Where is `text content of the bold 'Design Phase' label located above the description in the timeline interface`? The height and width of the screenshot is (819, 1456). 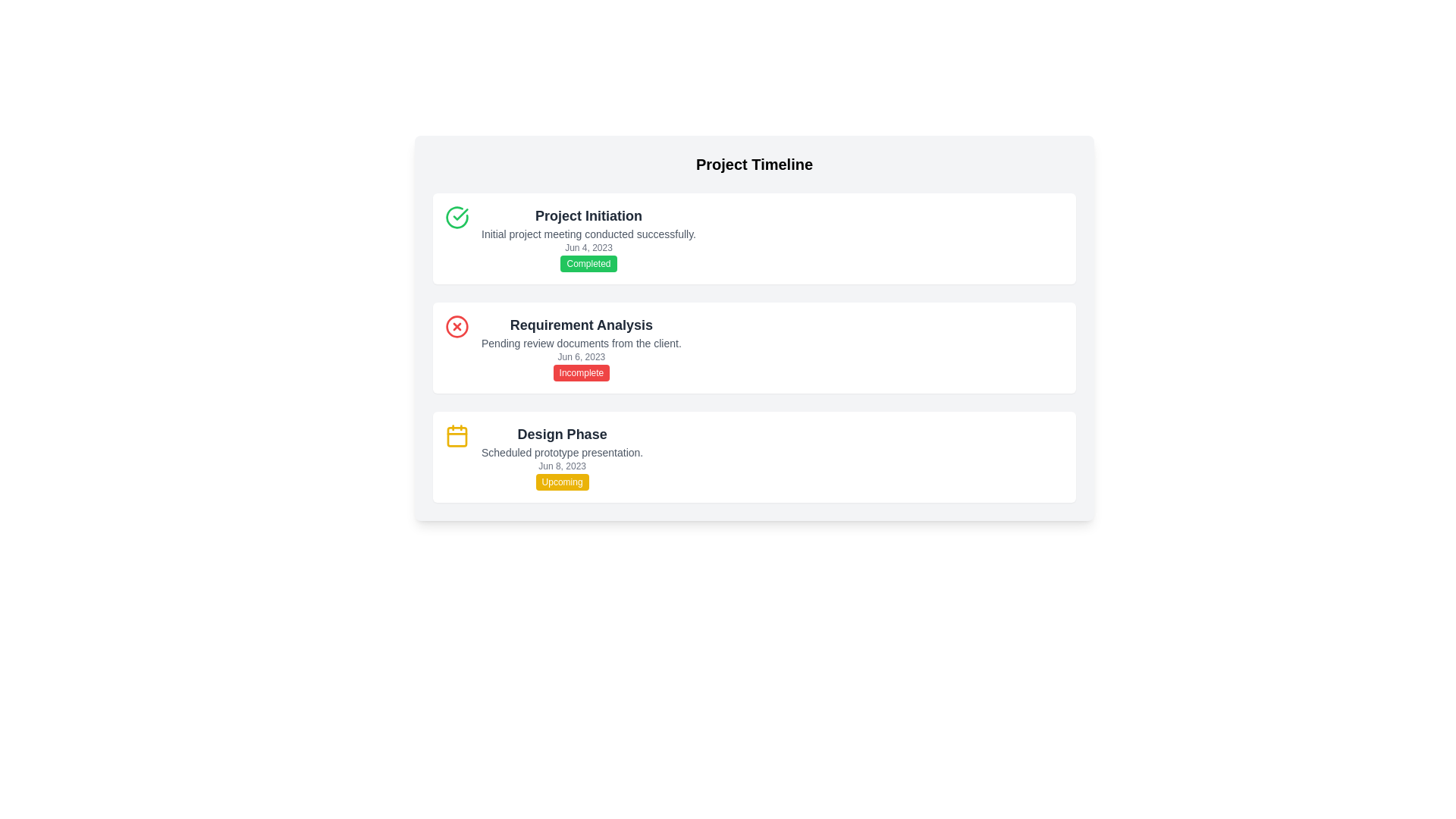
text content of the bold 'Design Phase' label located above the description in the timeline interface is located at coordinates (561, 435).